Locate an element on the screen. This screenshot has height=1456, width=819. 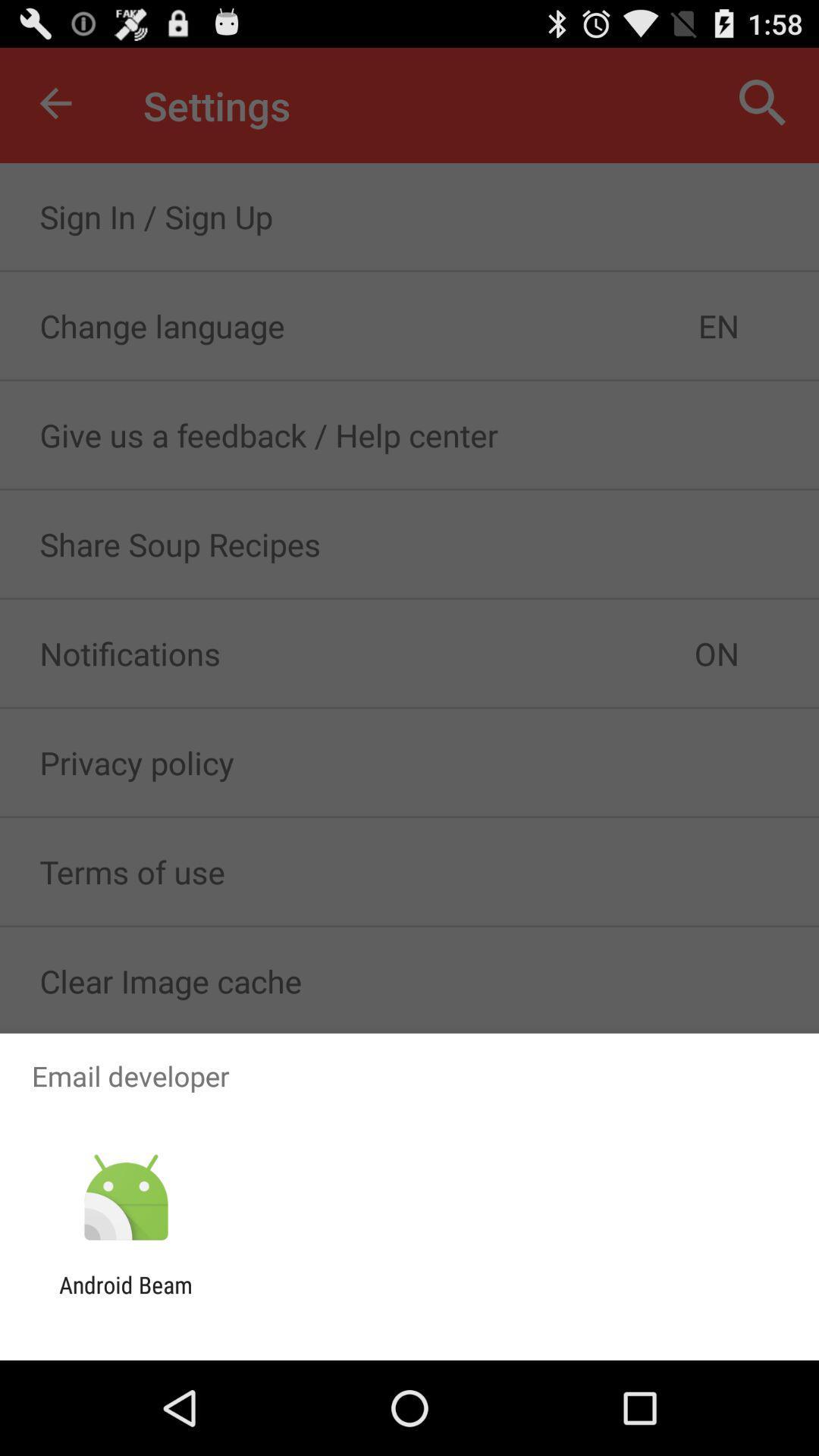
item below the email developer item is located at coordinates (125, 1197).